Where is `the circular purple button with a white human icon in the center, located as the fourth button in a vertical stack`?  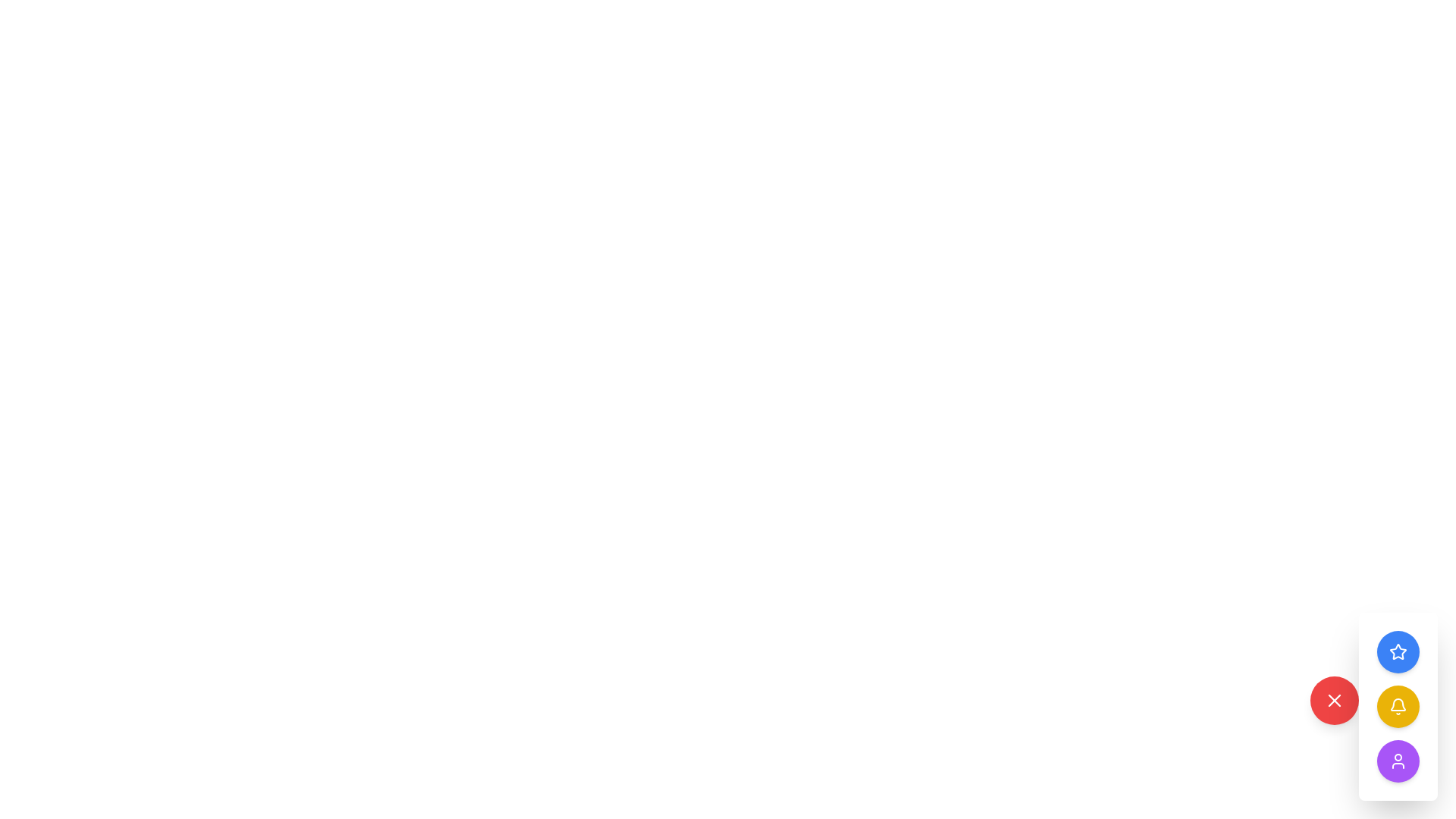
the circular purple button with a white human icon in the center, located as the fourth button in a vertical stack is located at coordinates (1397, 761).